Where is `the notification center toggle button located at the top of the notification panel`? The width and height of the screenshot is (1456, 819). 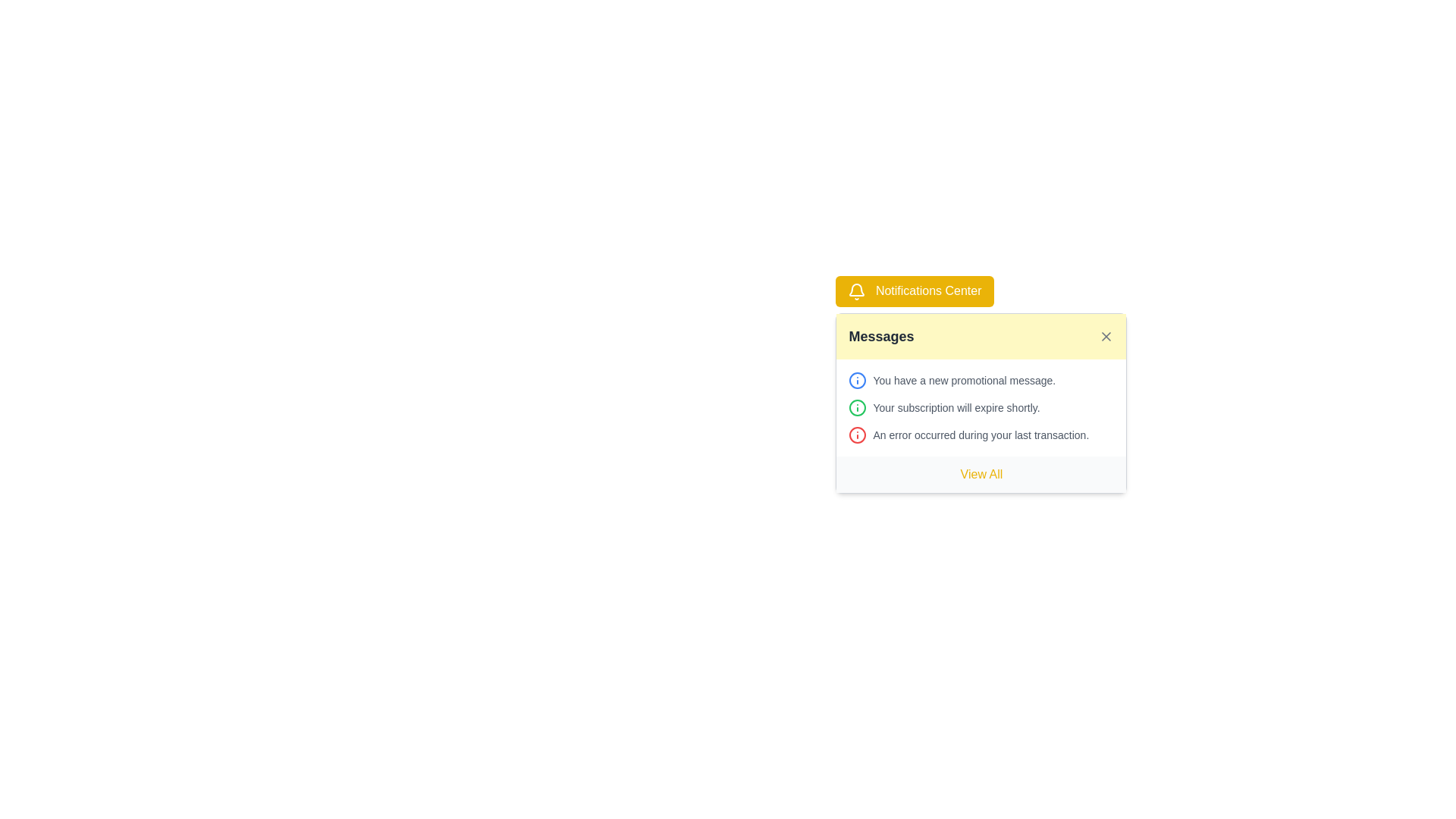
the notification center toggle button located at the top of the notification panel is located at coordinates (914, 291).